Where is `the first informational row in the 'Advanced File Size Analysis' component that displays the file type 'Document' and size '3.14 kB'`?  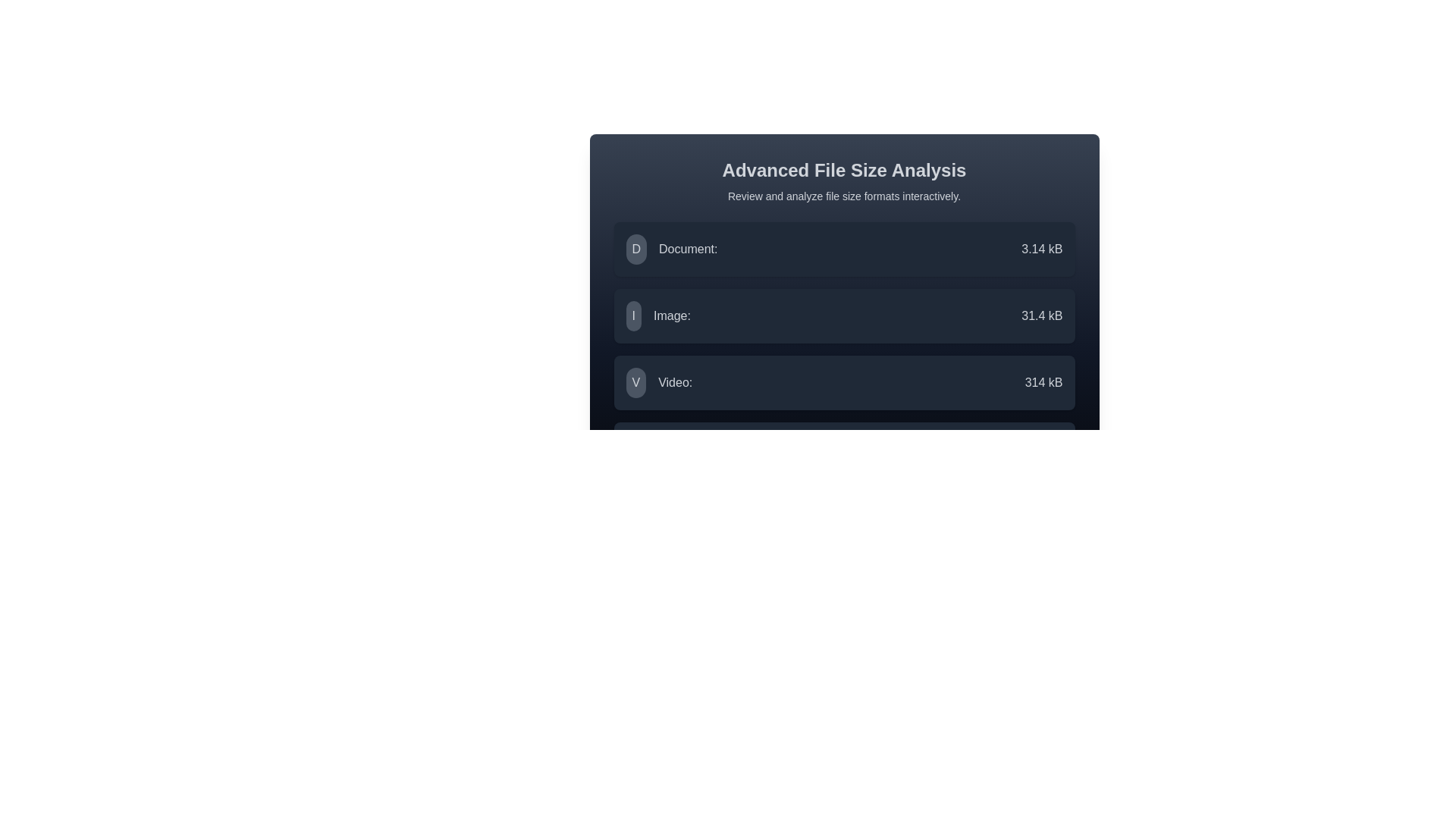
the first informational row in the 'Advanced File Size Analysis' component that displays the file type 'Document' and size '3.14 kB' is located at coordinates (843, 248).